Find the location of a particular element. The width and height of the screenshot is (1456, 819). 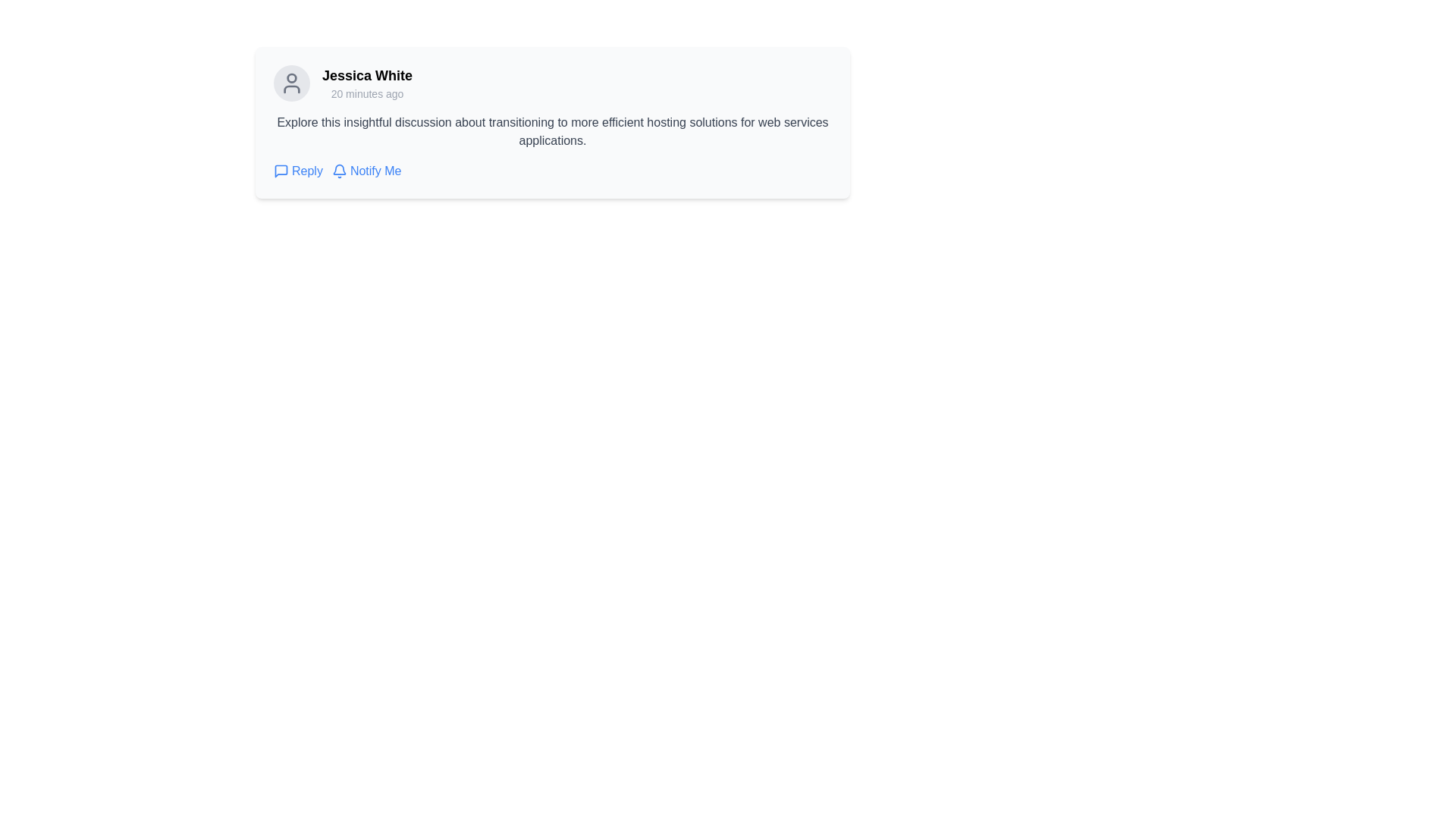

the notification bell icon, which is styled with a stroke outline and a small indentation at the bottom, located at the lower-right corner of the main content card, adjacent to the 'Notify Me' label is located at coordinates (338, 171).